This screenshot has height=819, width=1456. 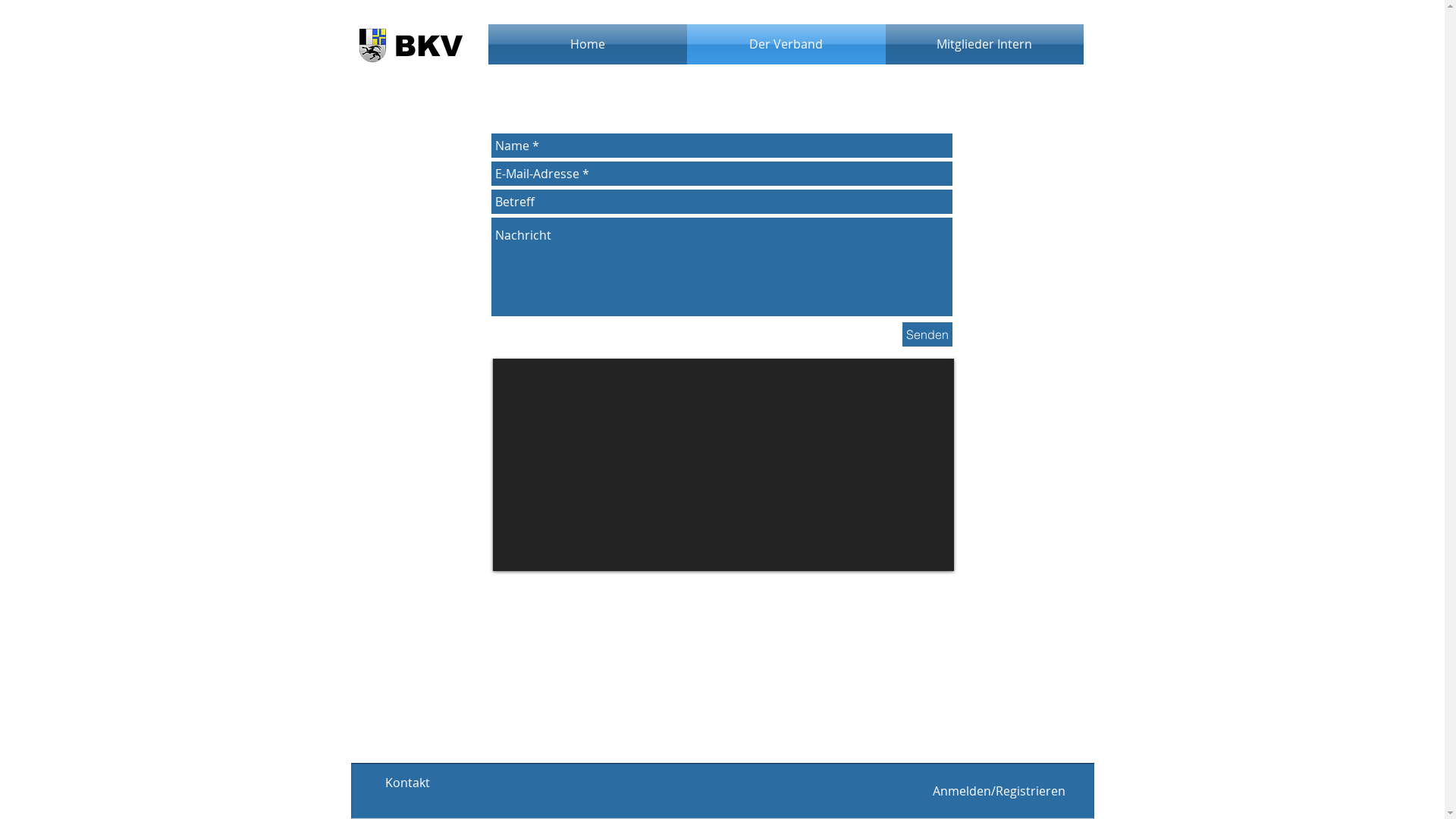 I want to click on 'Der Verband', so click(x=786, y=43).